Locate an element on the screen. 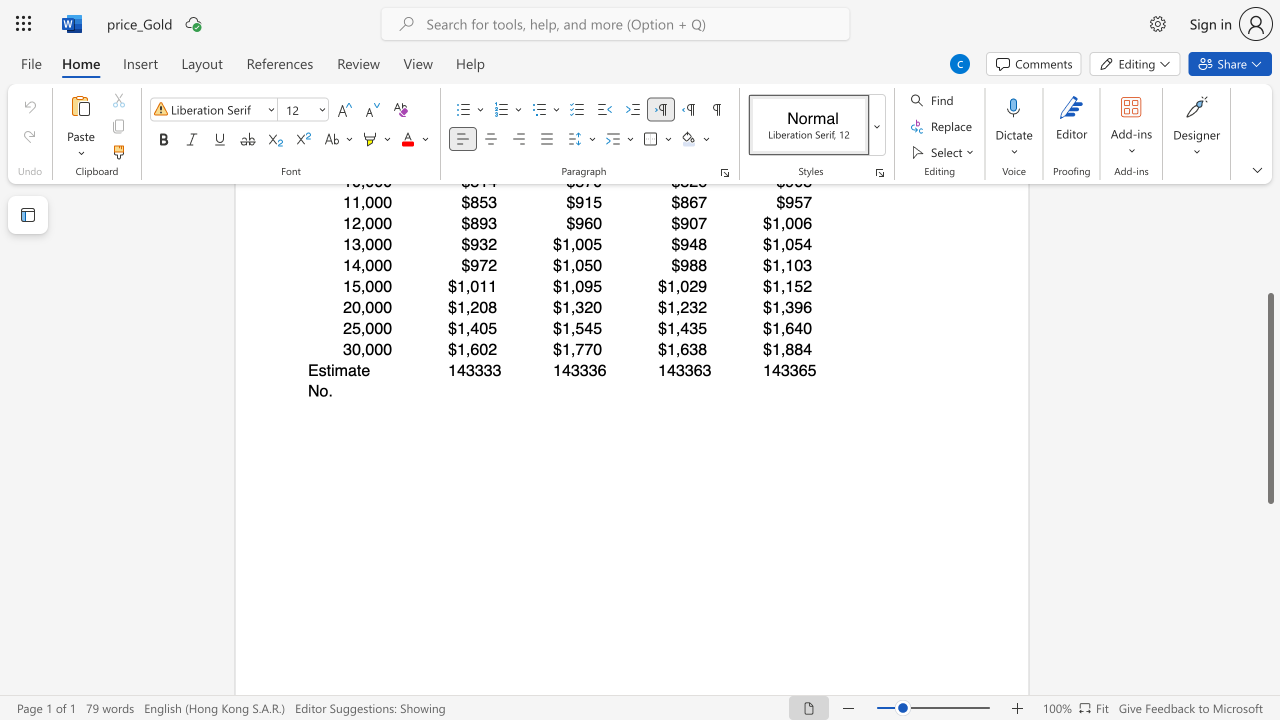 Image resolution: width=1280 pixels, height=720 pixels. the scrollbar to move the page upward is located at coordinates (1269, 238).